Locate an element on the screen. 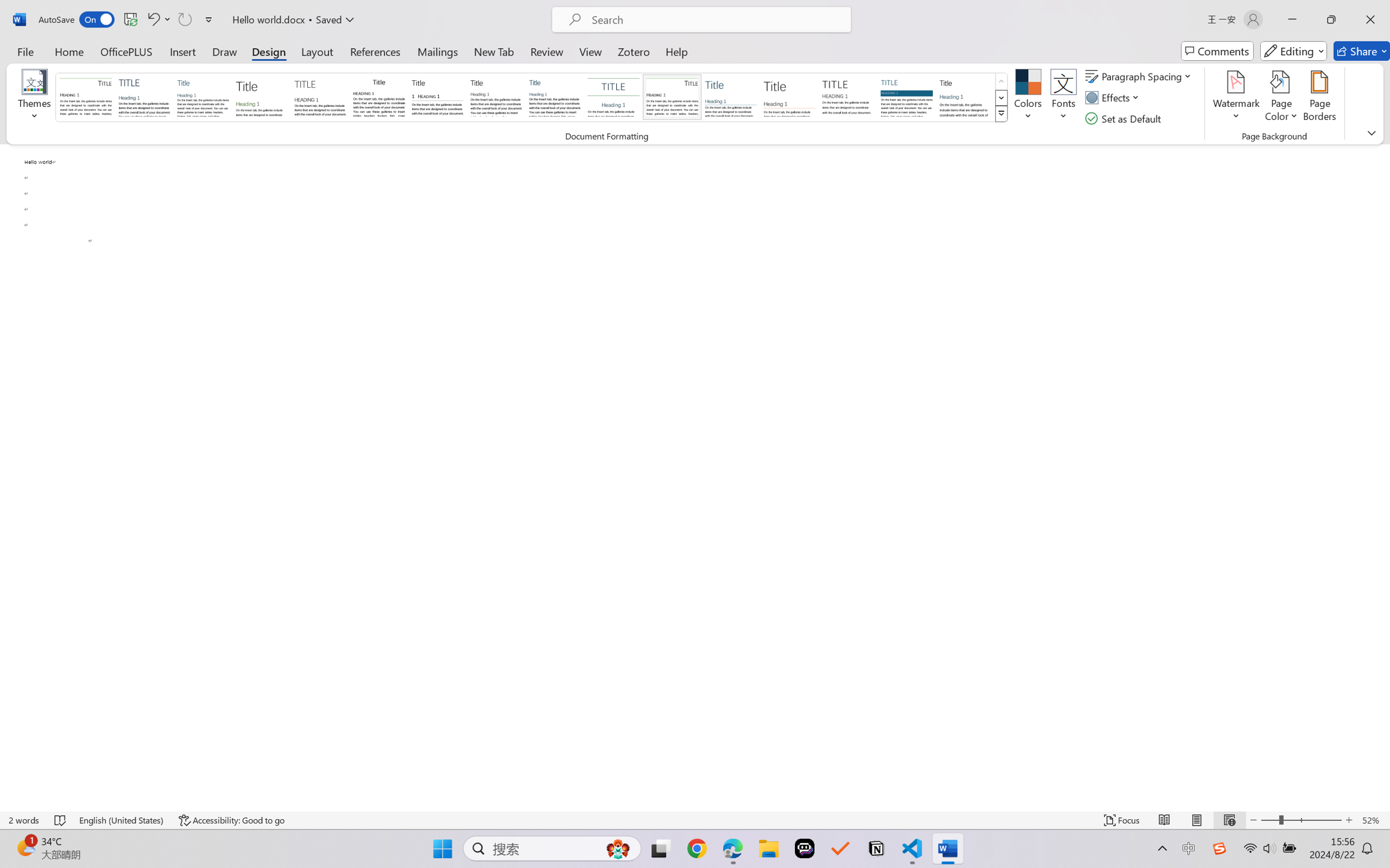 This screenshot has height=868, width=1390. 'AutoSave' is located at coordinates (76, 19).